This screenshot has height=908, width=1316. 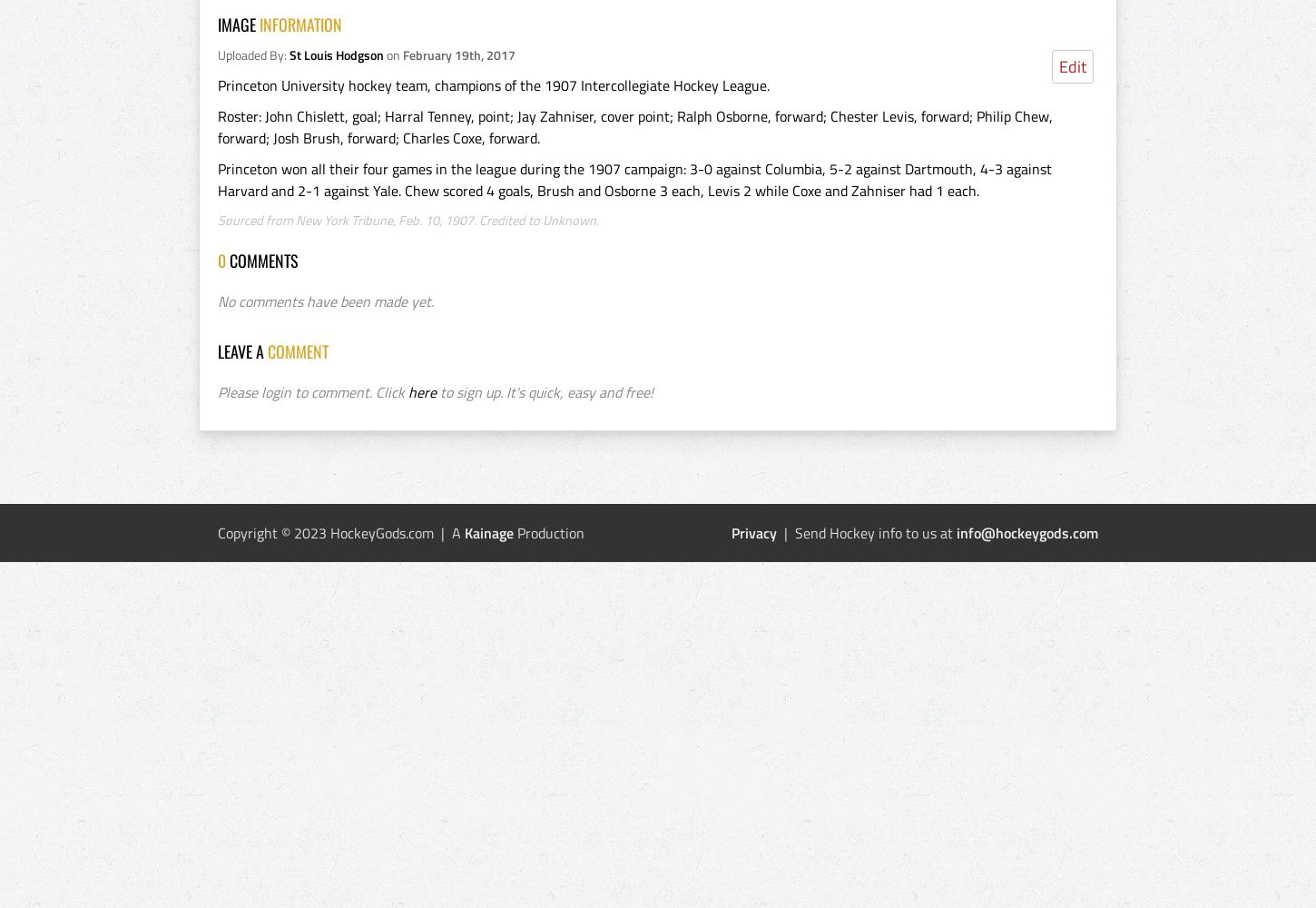 I want to click on 'to sign up. It's quick, easy and free!', so click(x=435, y=392).